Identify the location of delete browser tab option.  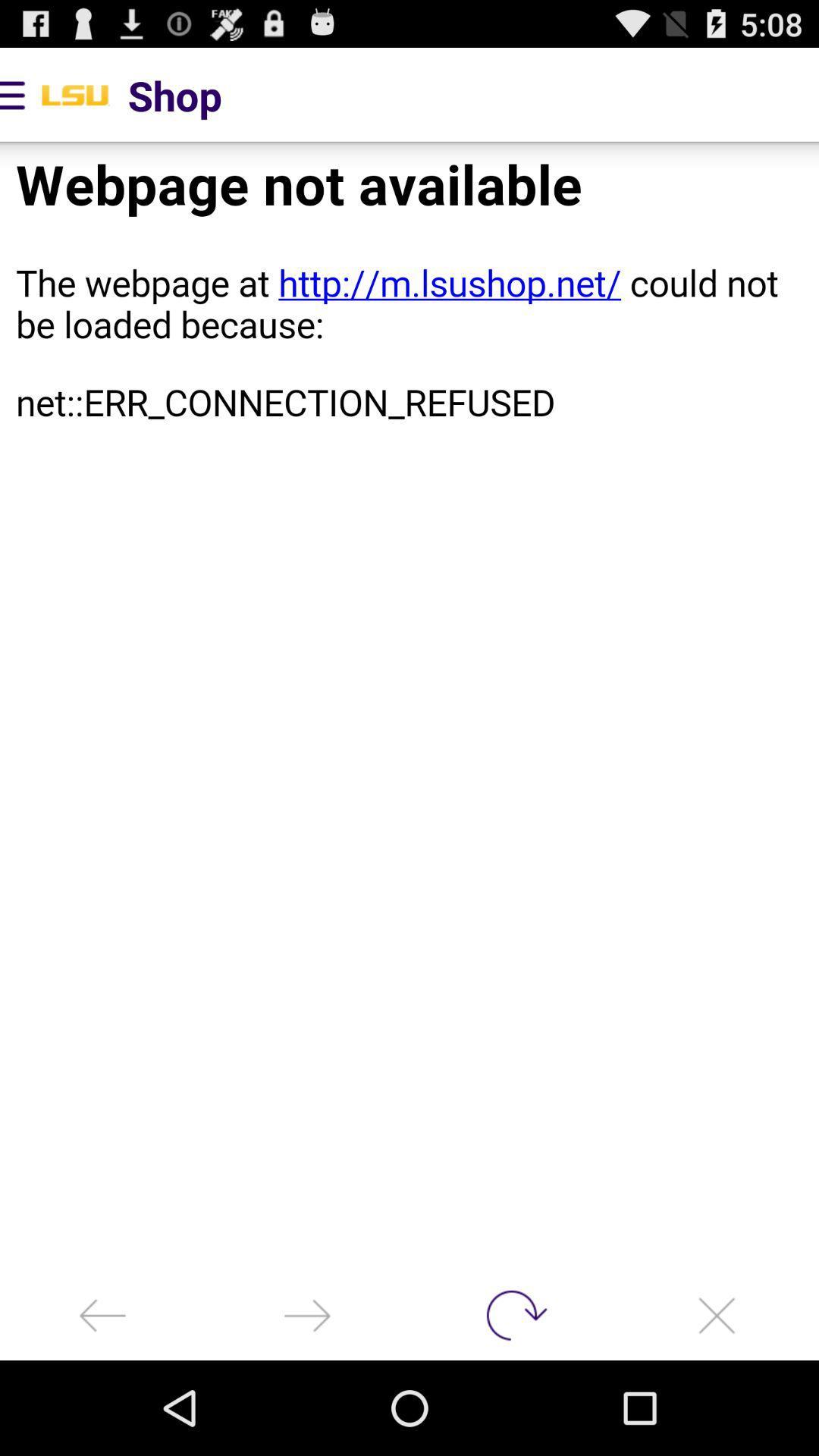
(717, 1314).